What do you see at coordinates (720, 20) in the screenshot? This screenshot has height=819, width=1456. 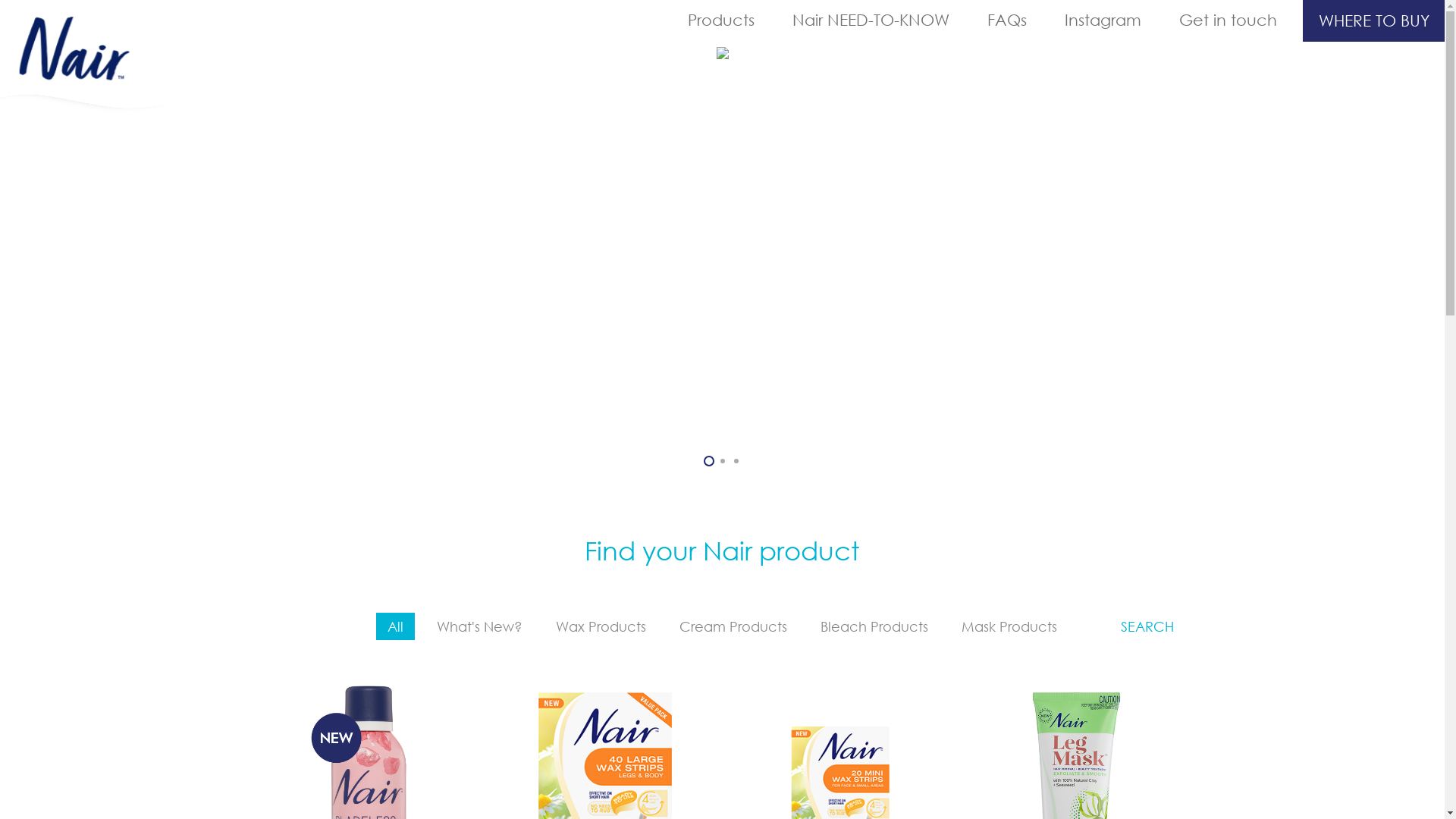 I see `'Products'` at bounding box center [720, 20].